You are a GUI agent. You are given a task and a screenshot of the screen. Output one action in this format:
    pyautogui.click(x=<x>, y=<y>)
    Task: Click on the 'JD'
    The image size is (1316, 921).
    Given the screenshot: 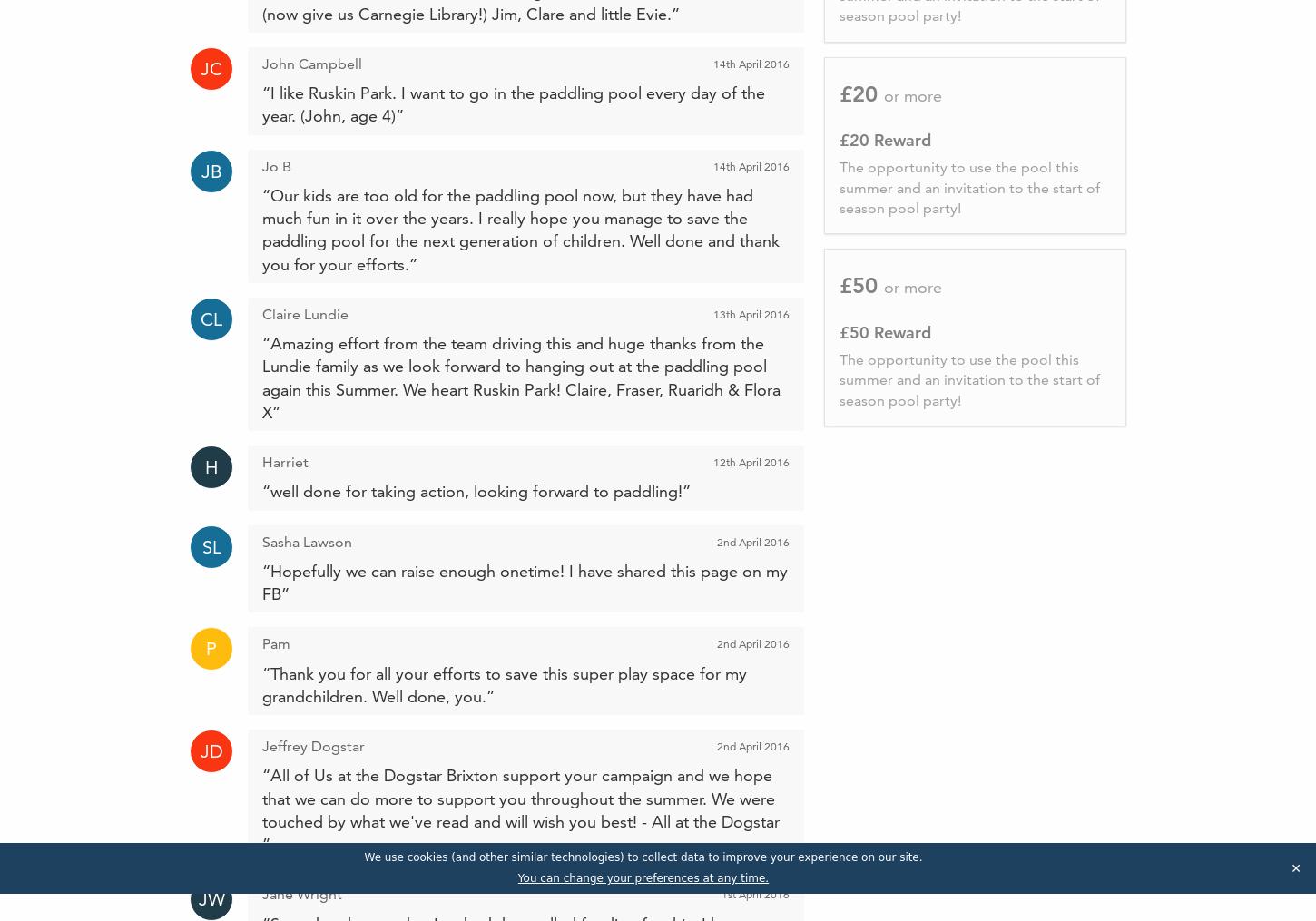 What is the action you would take?
    pyautogui.click(x=198, y=751)
    